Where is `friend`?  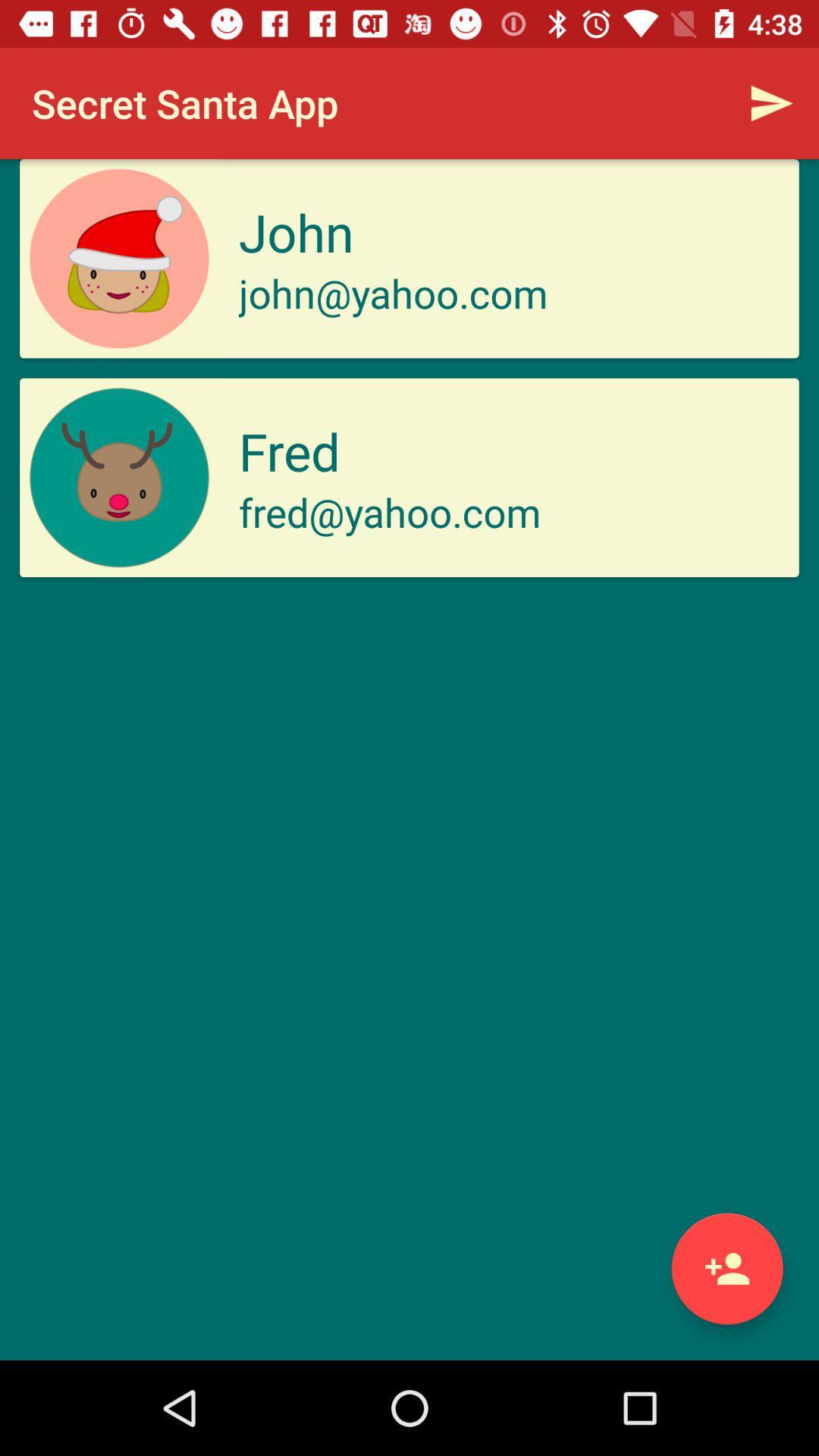
friend is located at coordinates (726, 1269).